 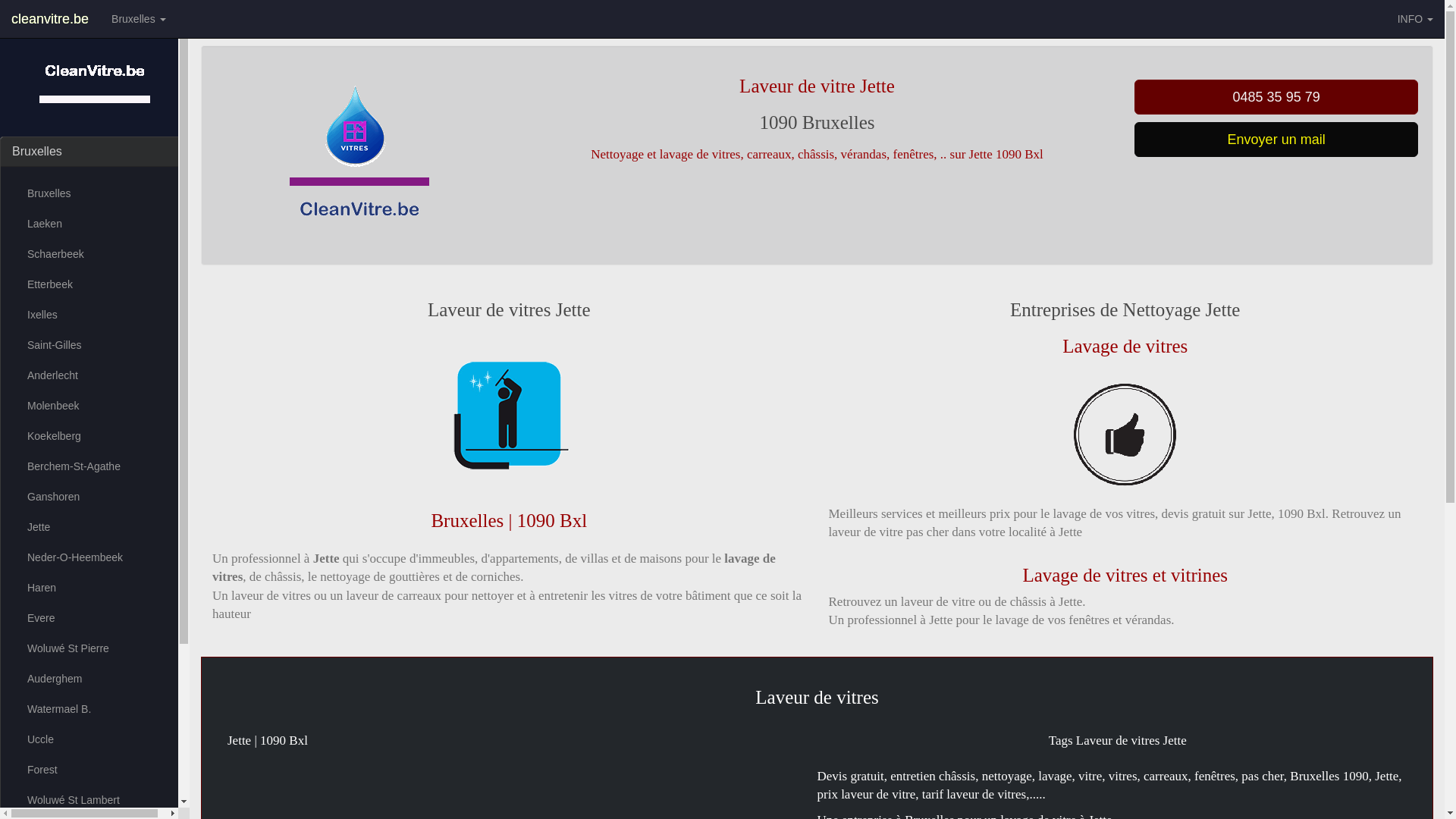 I want to click on 'cleanvitre.be', so click(x=50, y=18).